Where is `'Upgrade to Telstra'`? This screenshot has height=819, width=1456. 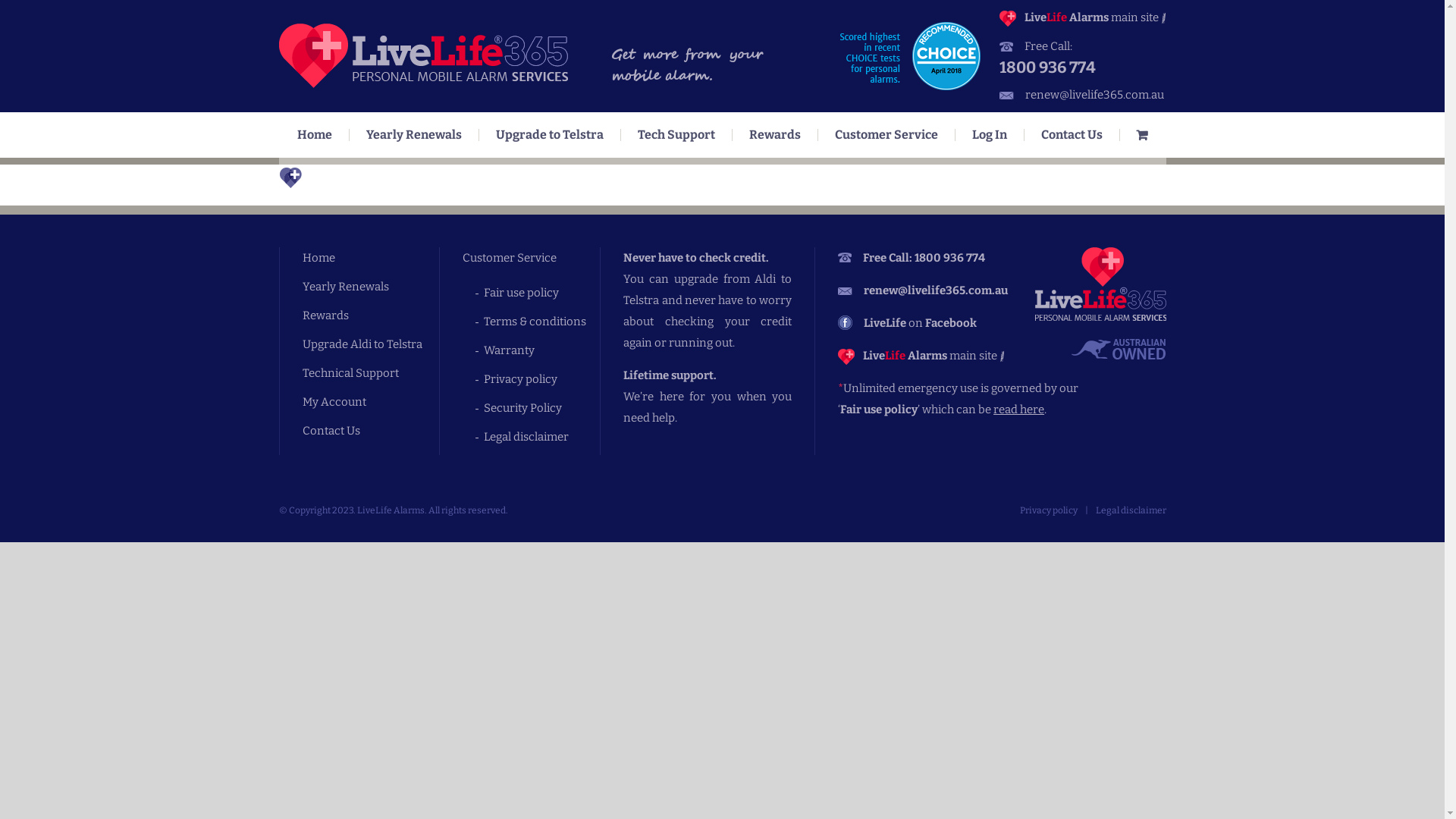
'Upgrade to Telstra' is located at coordinates (549, 133).